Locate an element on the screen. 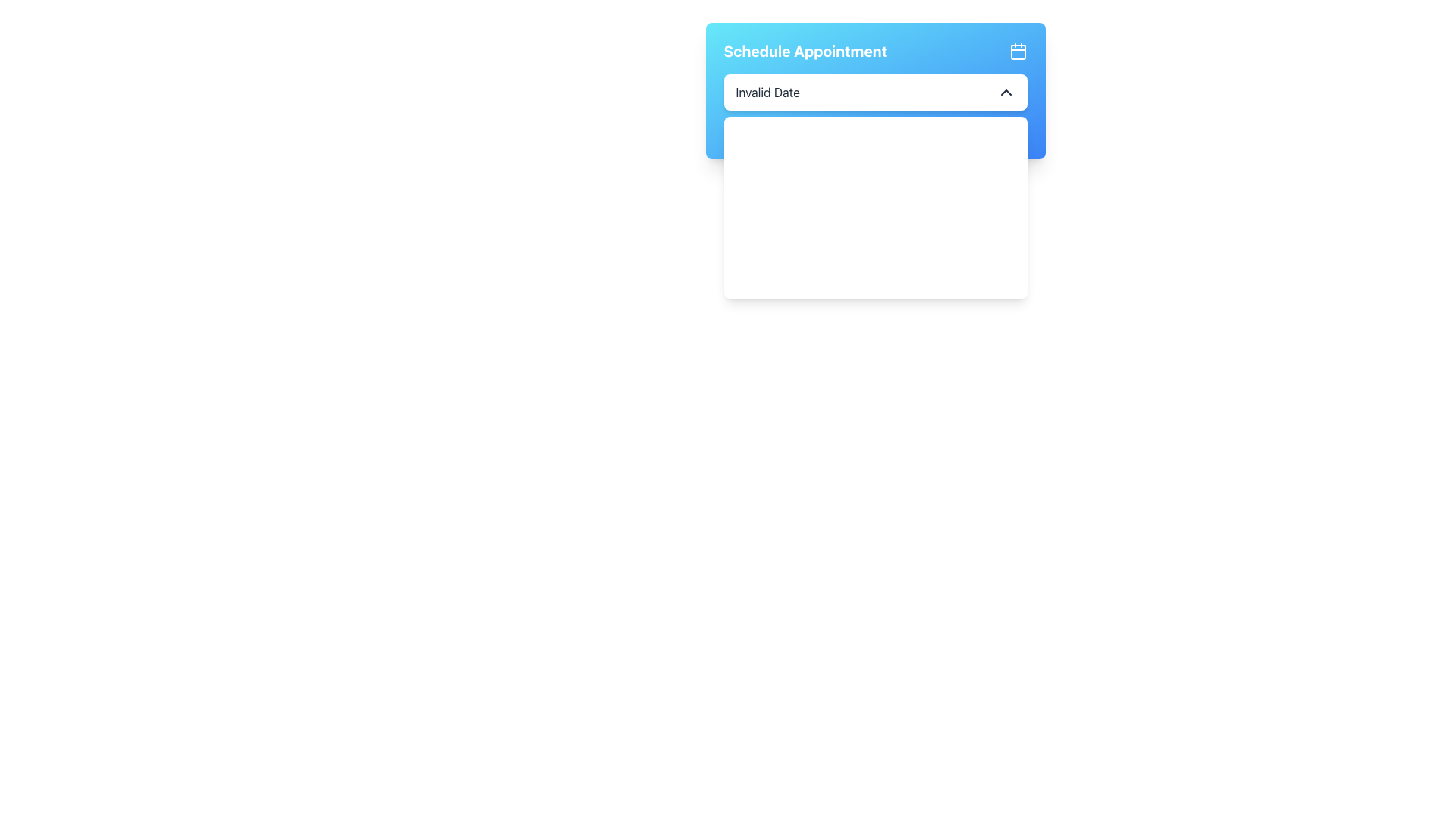 The image size is (1456, 819). the Dropdown menu labeled 'Invalid Date' by using the keyboard for selection is located at coordinates (875, 90).